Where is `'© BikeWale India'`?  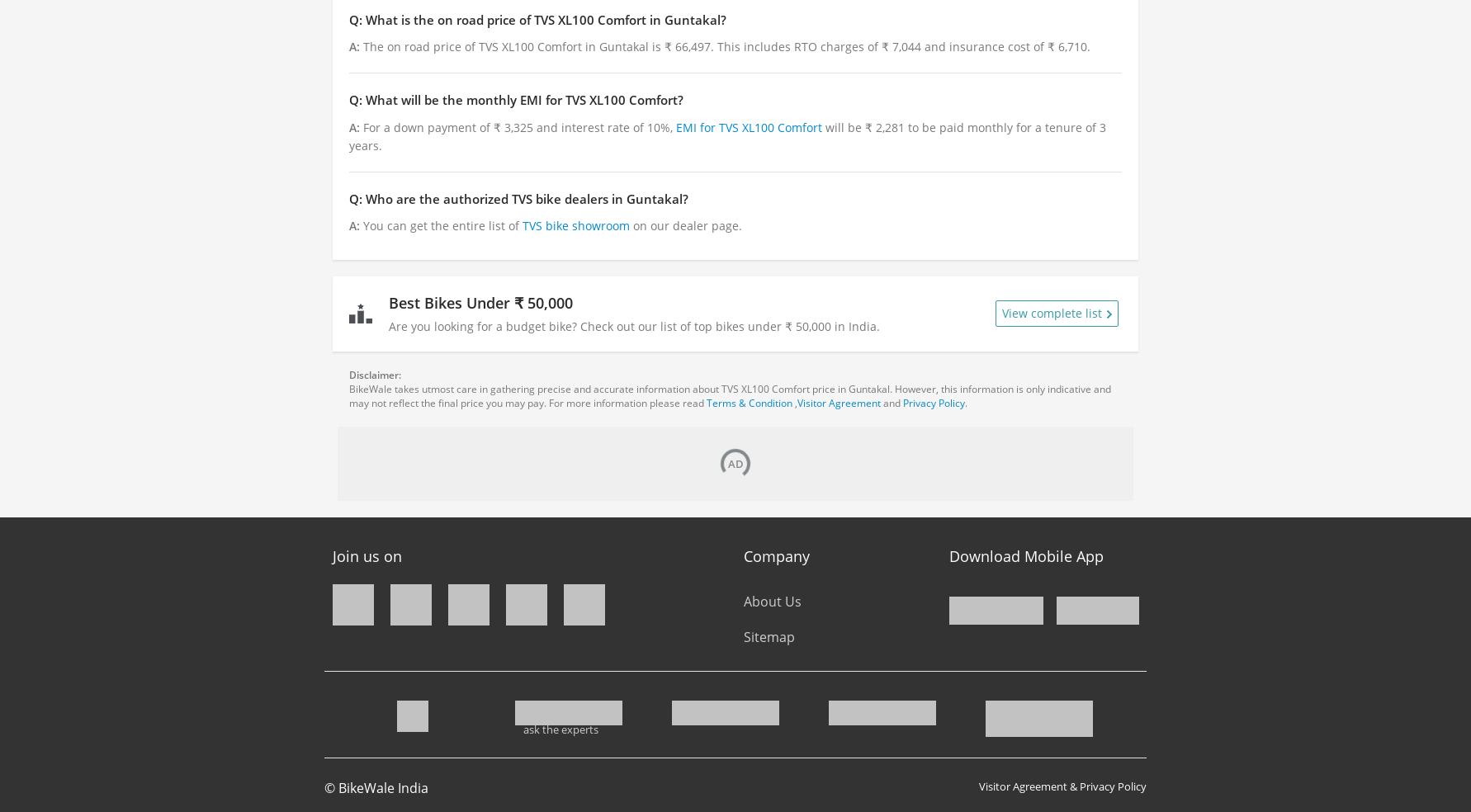
'© BikeWale India' is located at coordinates (324, 787).